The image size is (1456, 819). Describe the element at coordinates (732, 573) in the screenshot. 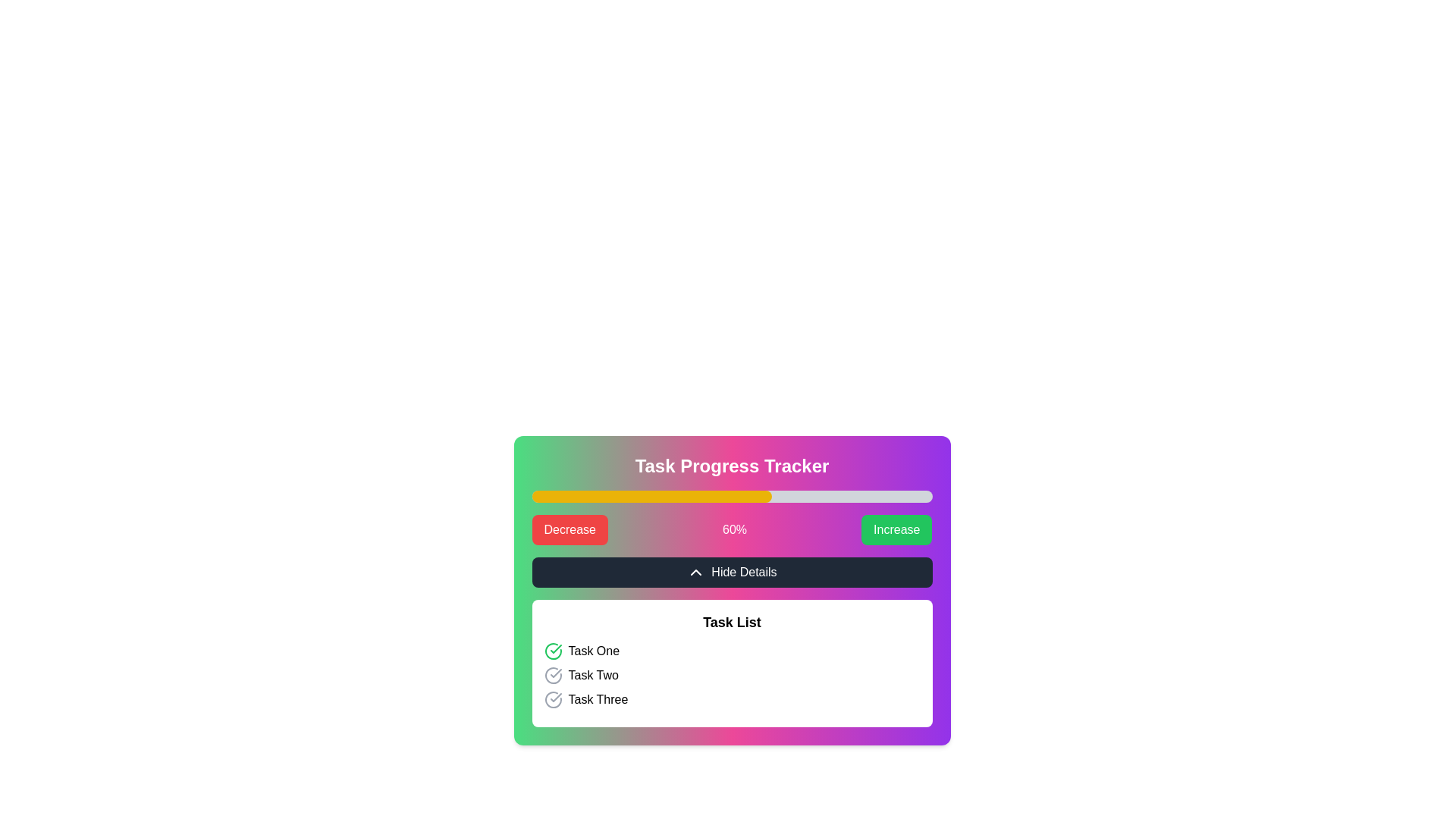

I see `the 'Hide Details' button, which is a dark gray button with rounded edges displaying white text and an upwards-facing chevron icon, located within the 'Task Progress Tracker' panel` at that location.